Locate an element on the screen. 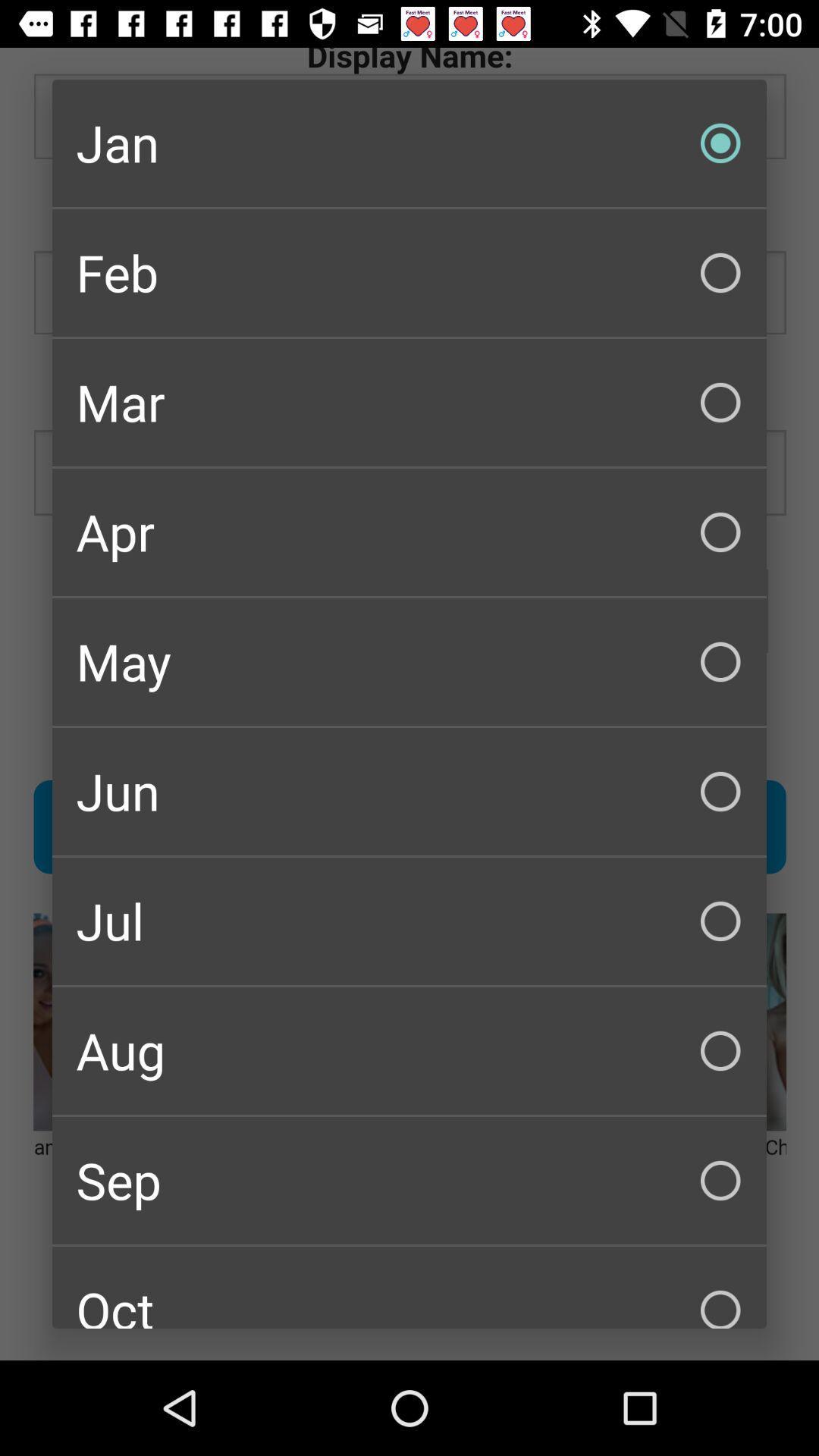 The height and width of the screenshot is (1456, 819). item above the jul is located at coordinates (409, 790).